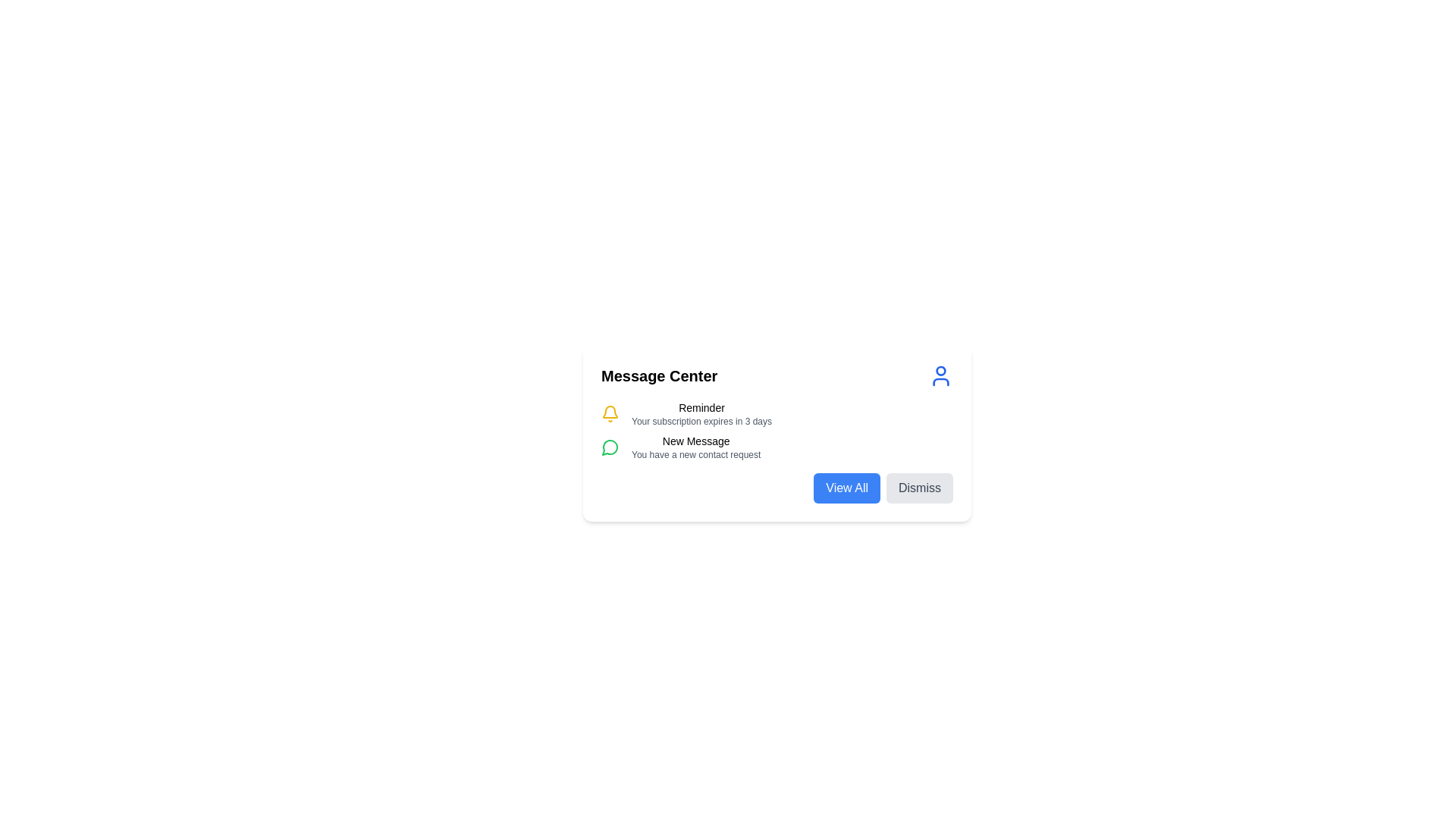 This screenshot has height=819, width=1456. I want to click on the 'New Message' label, which is a bold text element in black color located in the notification module above the contact request description, so click(695, 441).